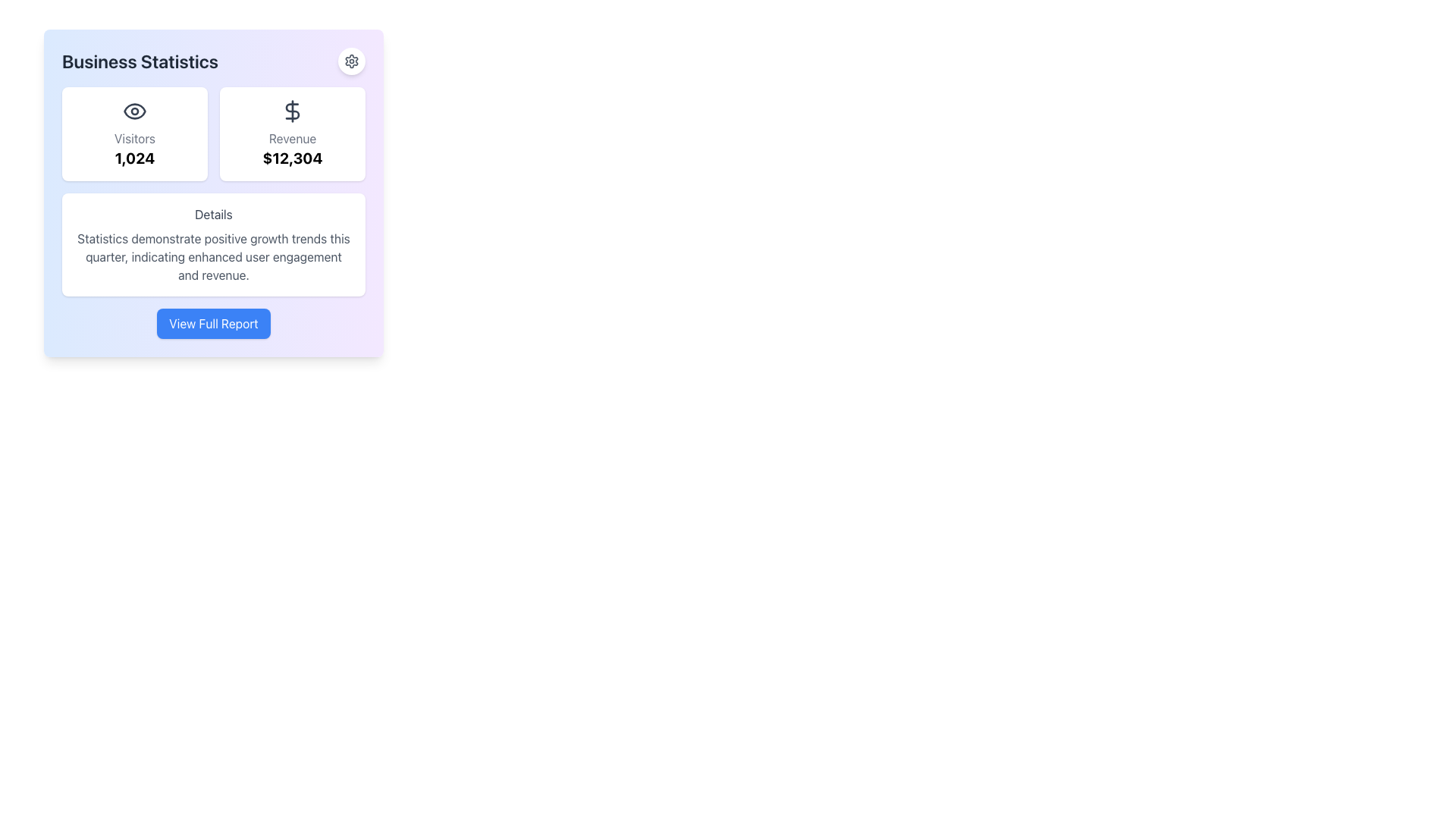  I want to click on the eye-shaped icon representing the 'Visitors' metric located in the 'Business Statistics' card, above the text 'Visitors' and '1,024', so click(134, 110).